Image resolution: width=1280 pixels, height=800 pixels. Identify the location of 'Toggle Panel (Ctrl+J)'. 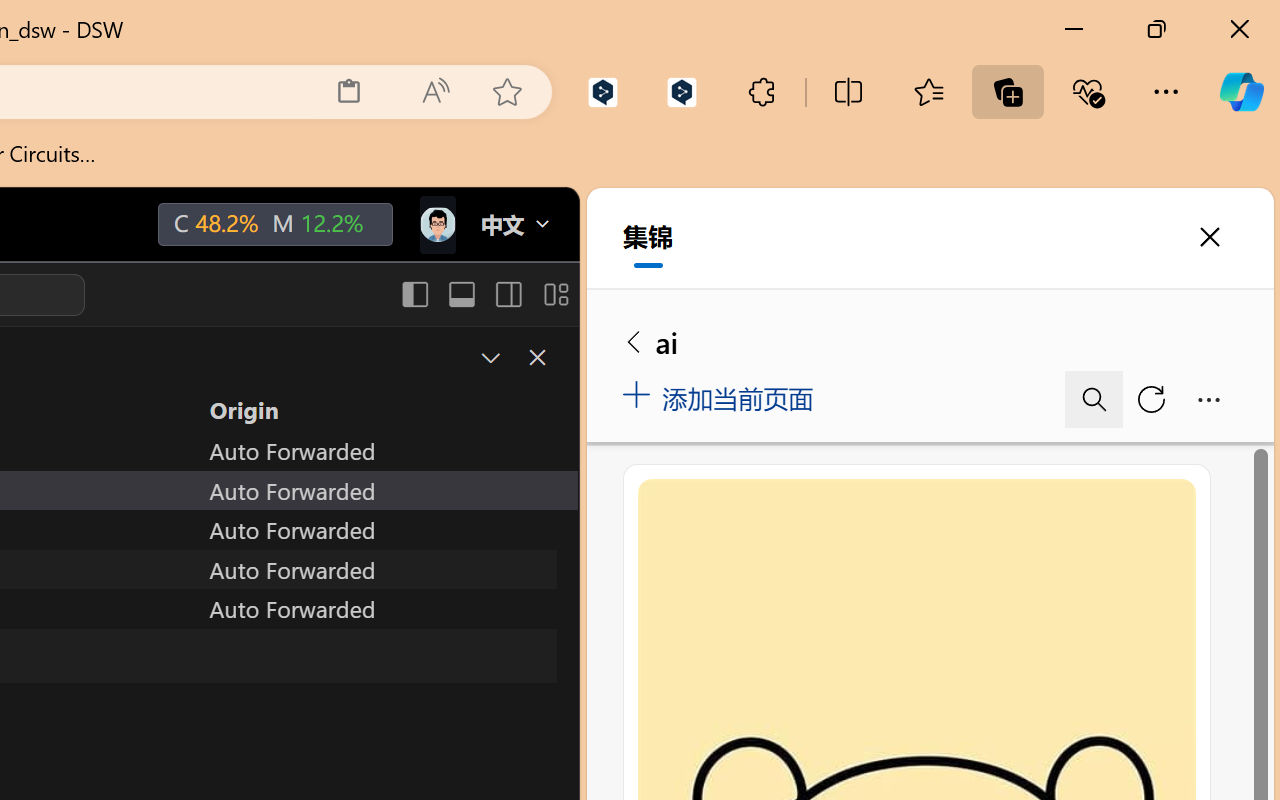
(460, 294).